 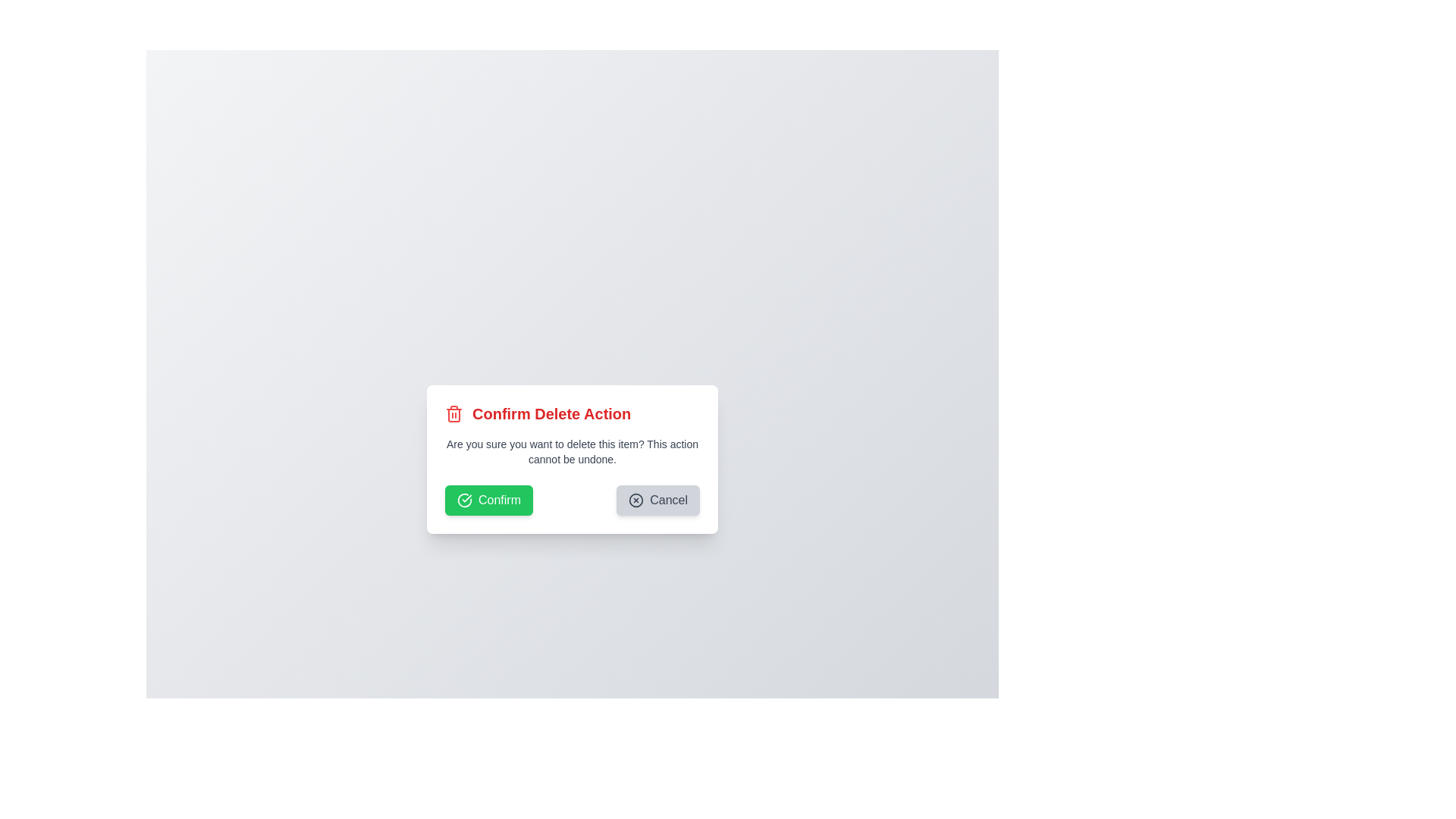 What do you see at coordinates (453, 415) in the screenshot?
I see `the trash can icon element, which represents the delete action in the confirmation dialog, located at the center of the icon` at bounding box center [453, 415].